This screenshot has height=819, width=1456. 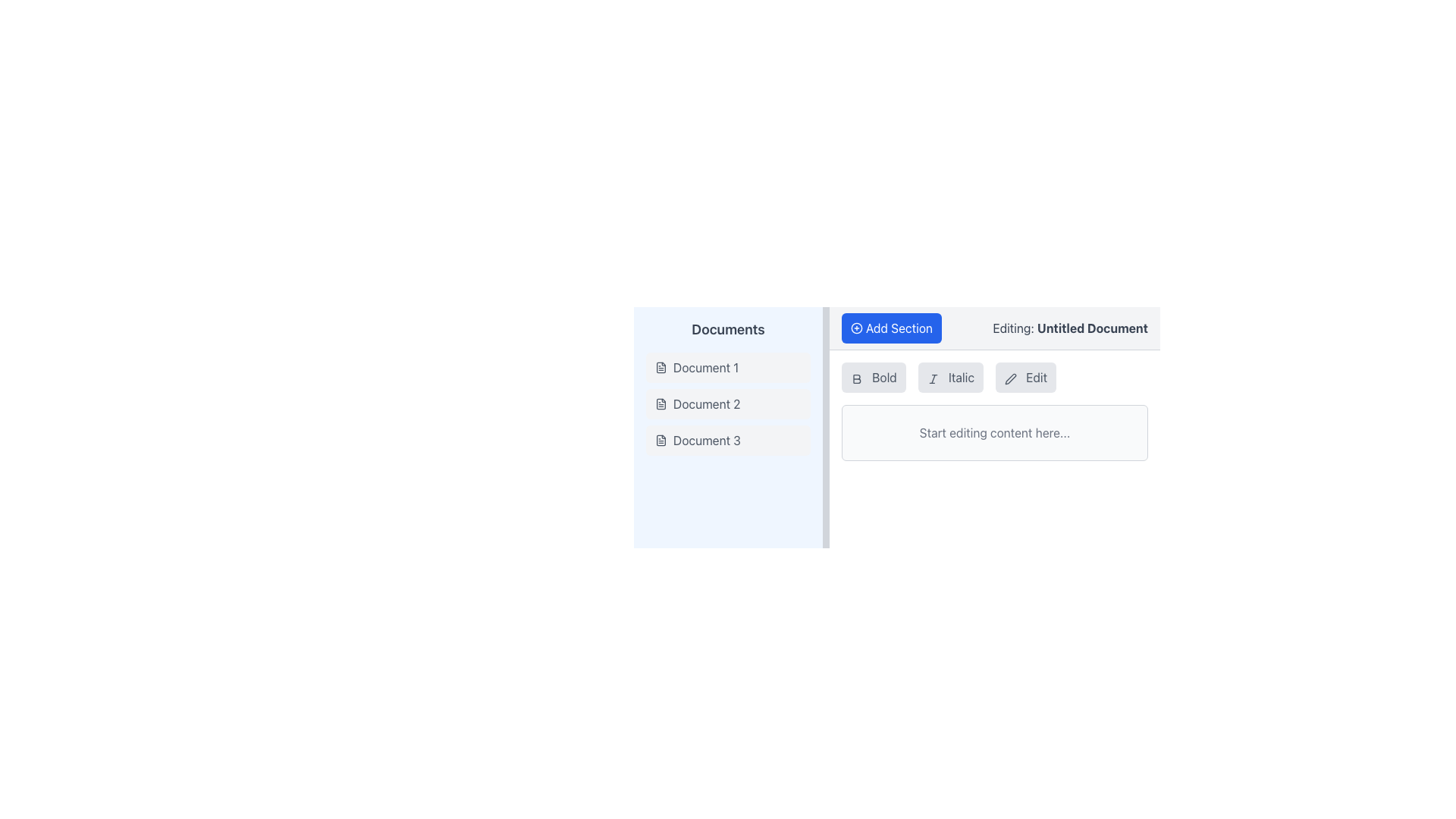 I want to click on the edit action icon located near the top-right corner of the text editor section, so click(x=1011, y=378).